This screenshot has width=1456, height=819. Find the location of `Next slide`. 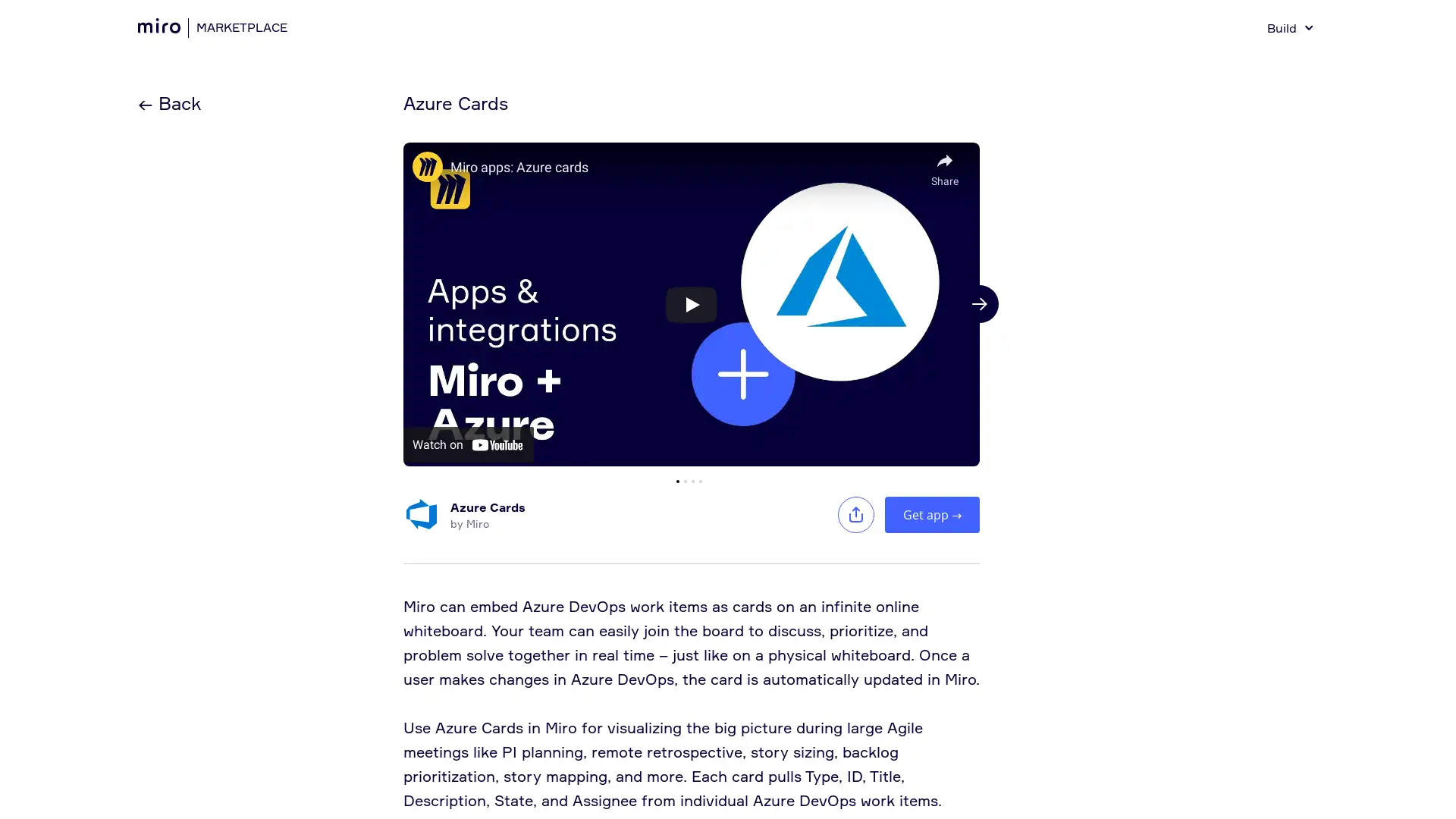

Next slide is located at coordinates (979, 304).